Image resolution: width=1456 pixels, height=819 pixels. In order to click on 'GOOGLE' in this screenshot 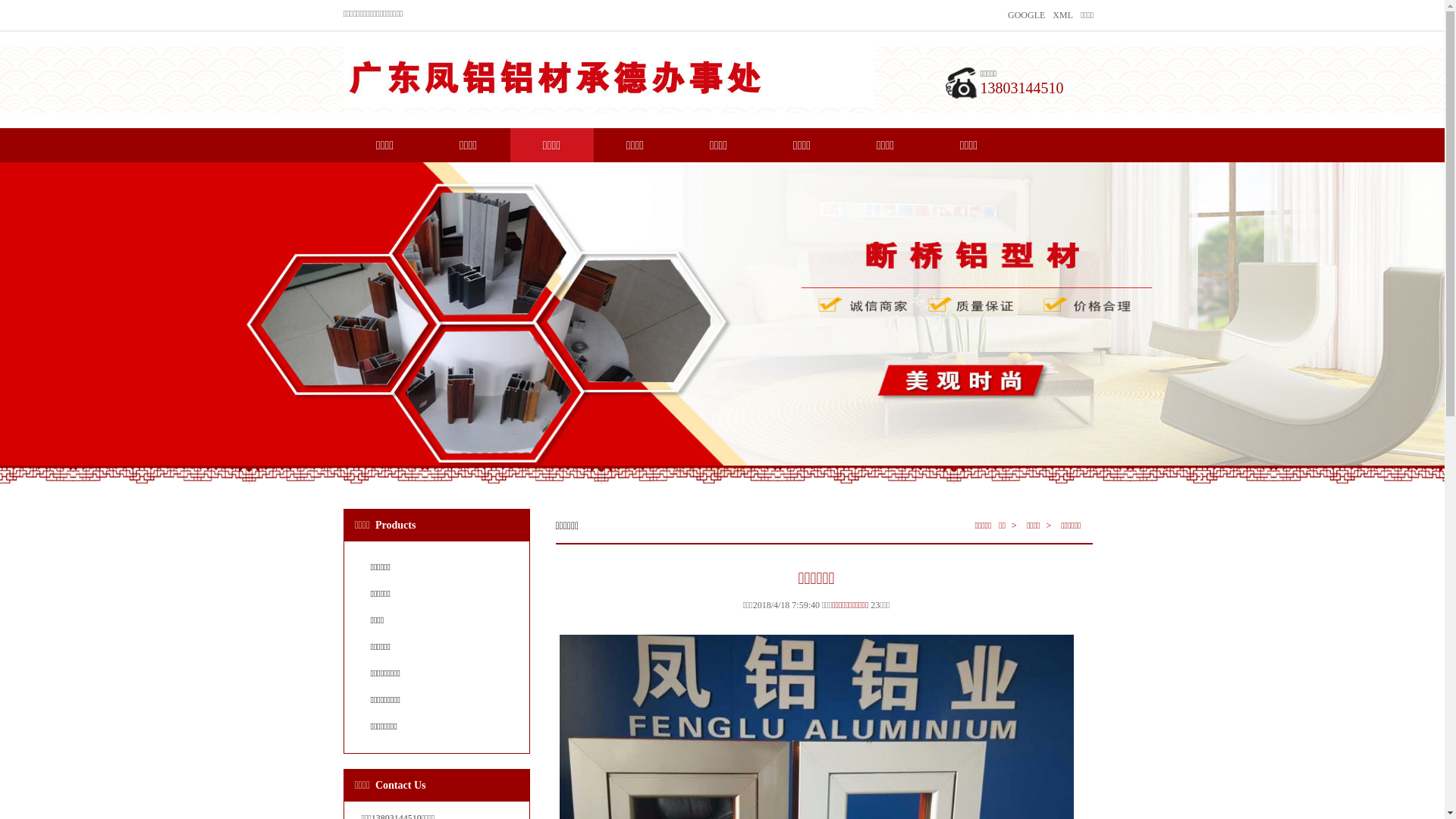, I will do `click(1008, 14)`.